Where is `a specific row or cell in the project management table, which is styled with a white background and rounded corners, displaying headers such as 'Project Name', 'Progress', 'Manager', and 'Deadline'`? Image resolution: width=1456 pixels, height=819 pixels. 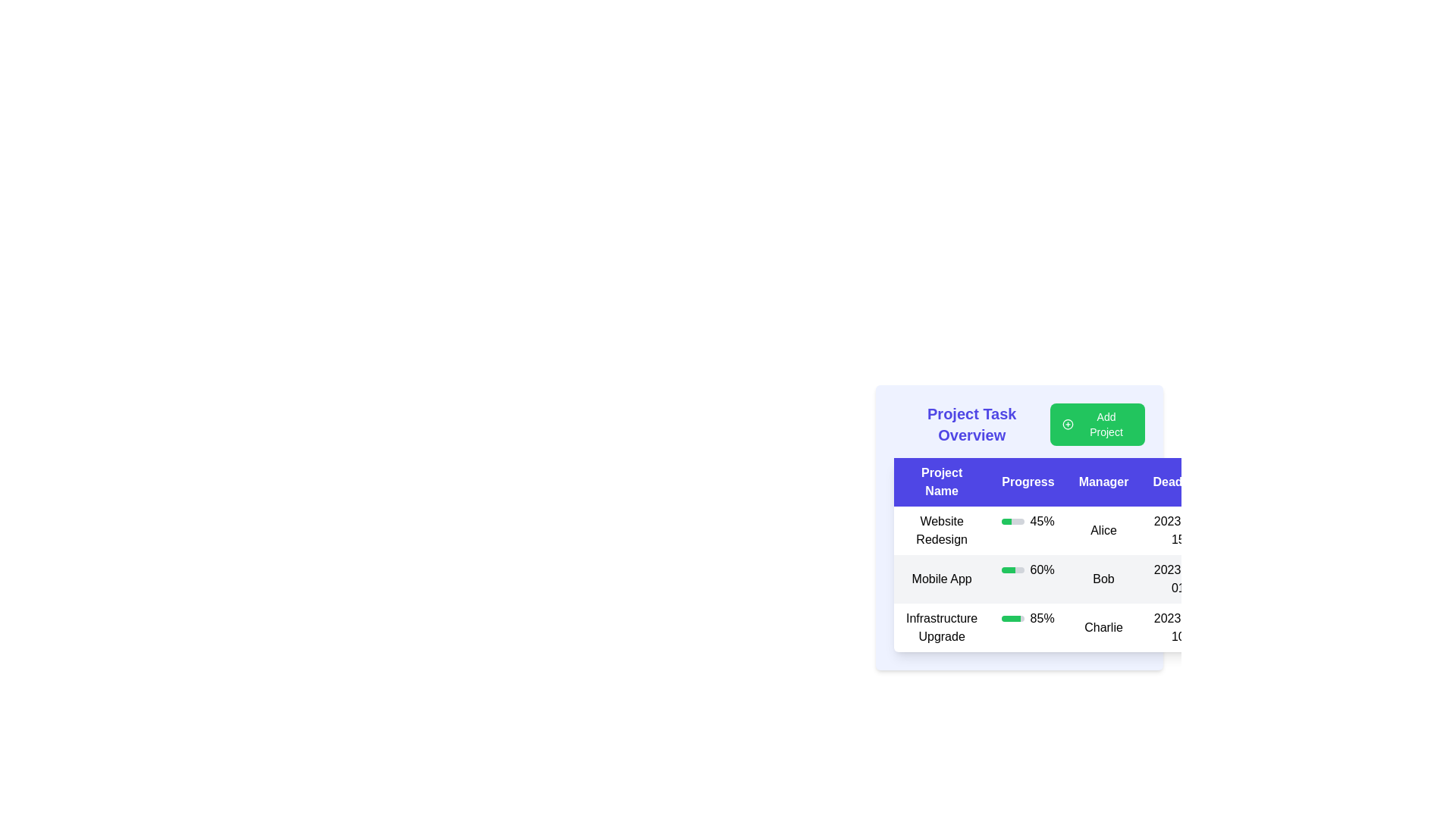 a specific row or cell in the project management table, which is styled with a white background and rounded corners, displaying headers such as 'Project Name', 'Progress', 'Manager', and 'Deadline' is located at coordinates (1054, 555).